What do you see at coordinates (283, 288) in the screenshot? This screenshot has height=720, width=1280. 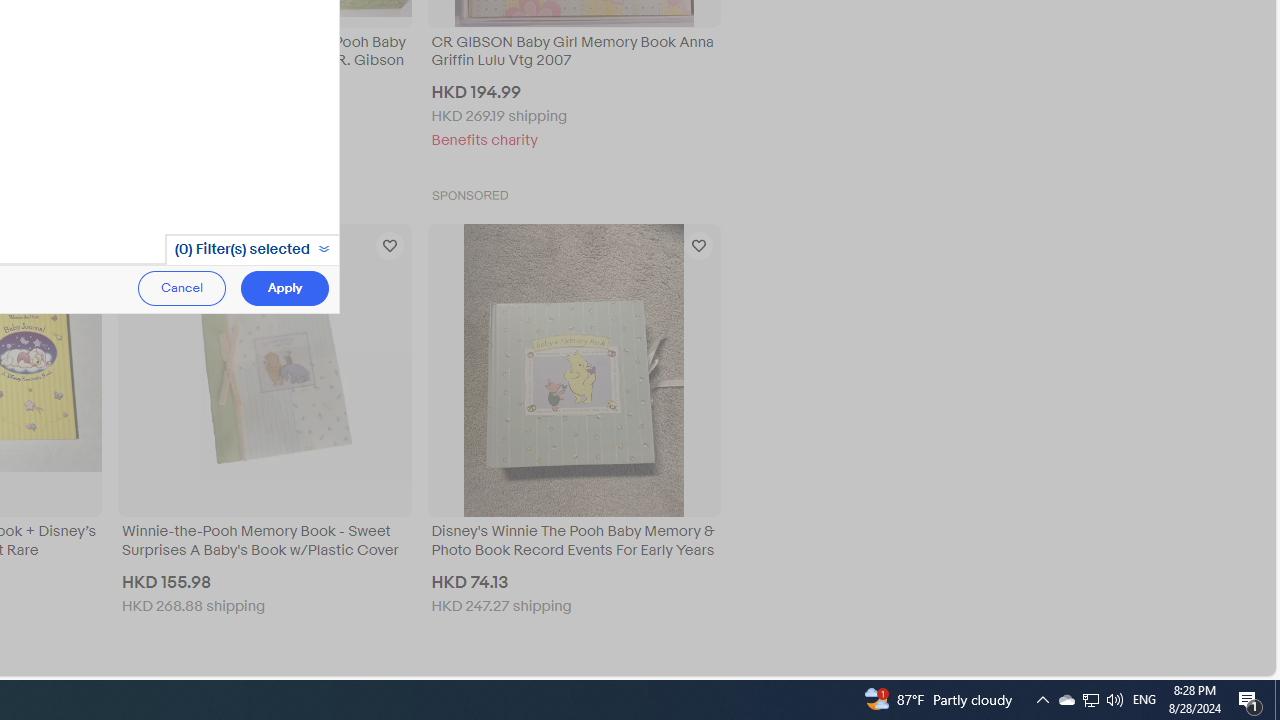 I see `'Apply'` at bounding box center [283, 288].